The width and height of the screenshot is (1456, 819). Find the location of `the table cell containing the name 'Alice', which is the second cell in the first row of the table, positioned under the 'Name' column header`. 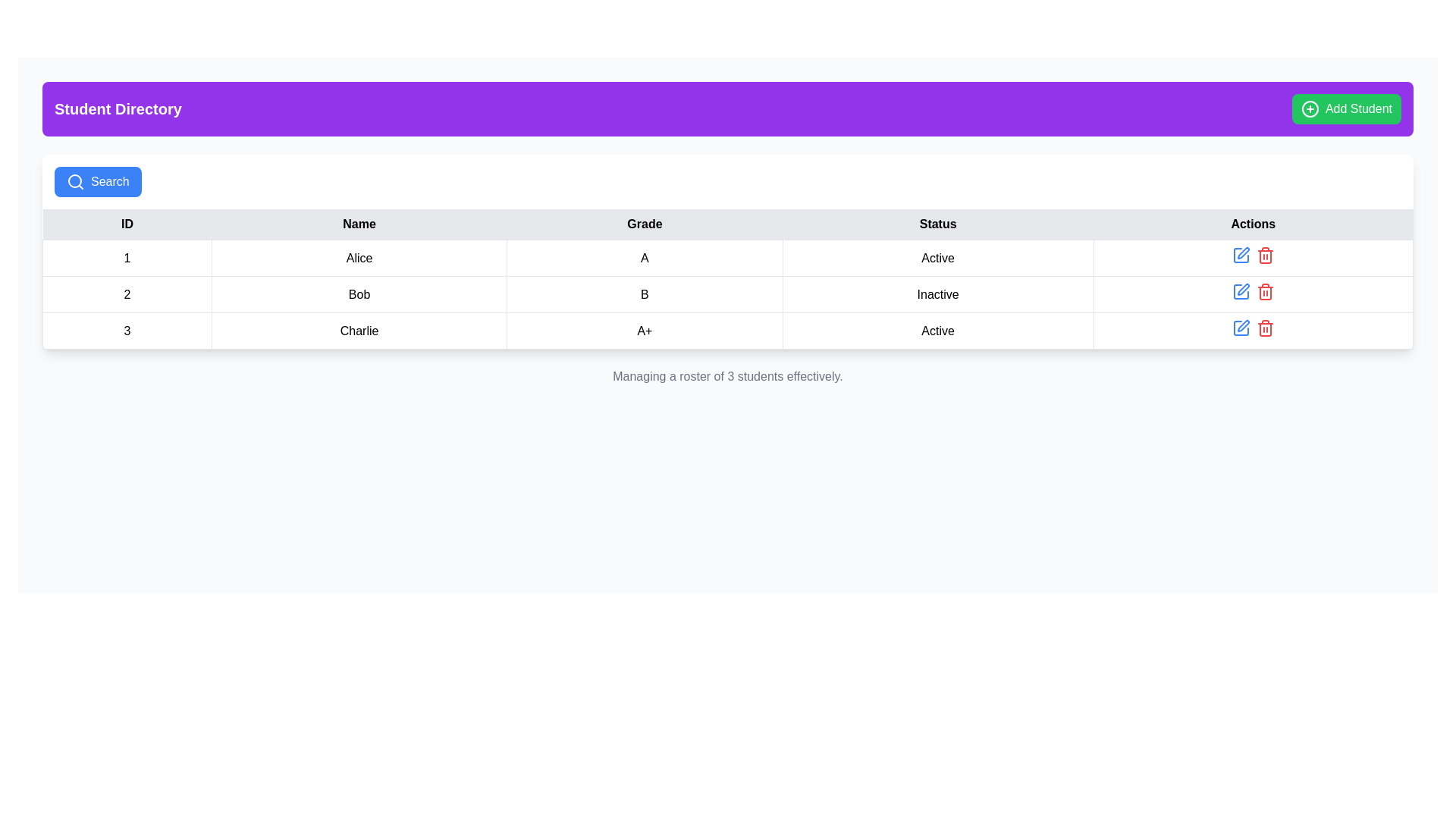

the table cell containing the name 'Alice', which is the second cell in the first row of the table, positioned under the 'Name' column header is located at coordinates (359, 257).